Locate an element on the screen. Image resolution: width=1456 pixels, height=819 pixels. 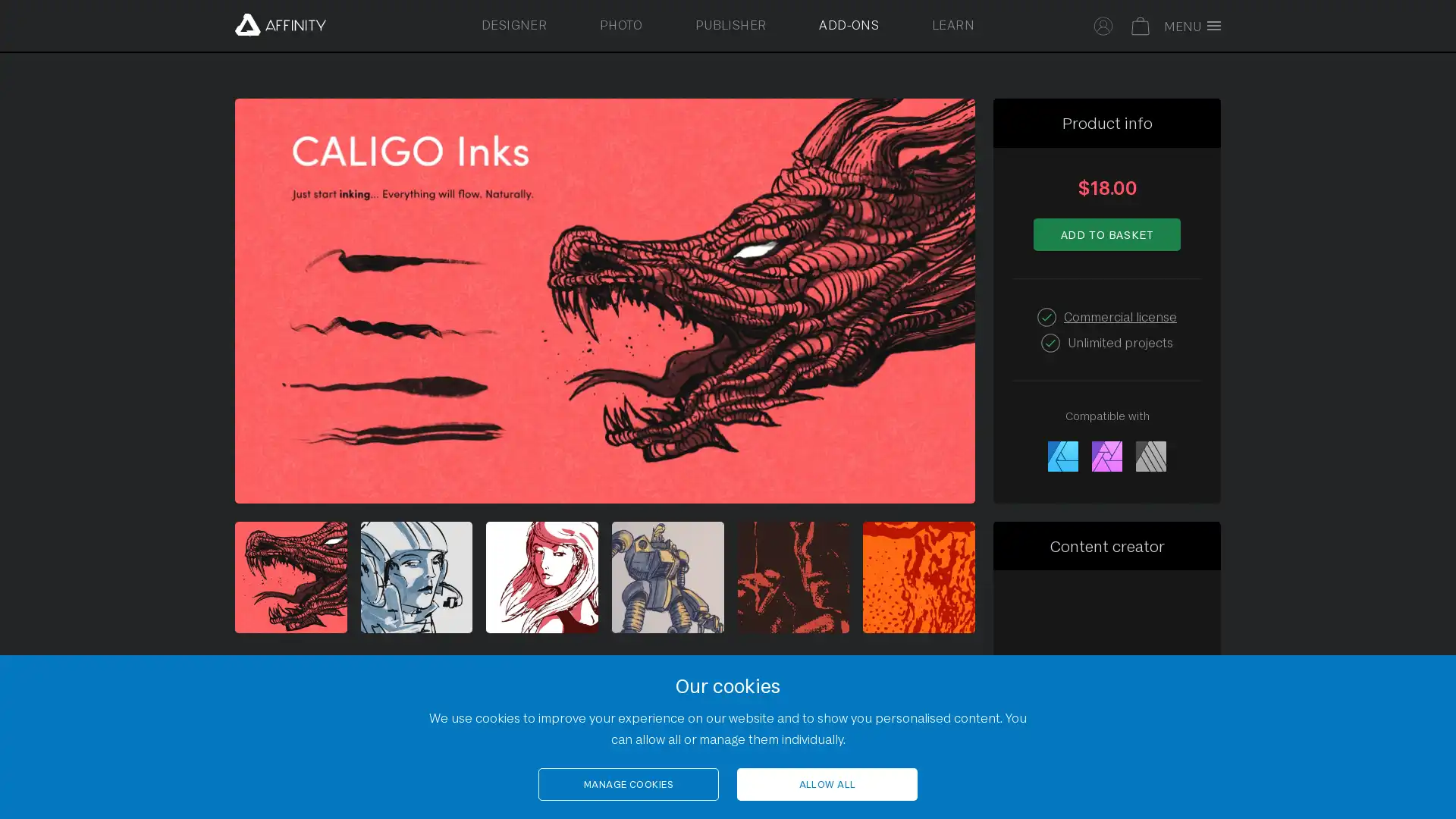
Select to view image 4 is located at coordinates (667, 576).